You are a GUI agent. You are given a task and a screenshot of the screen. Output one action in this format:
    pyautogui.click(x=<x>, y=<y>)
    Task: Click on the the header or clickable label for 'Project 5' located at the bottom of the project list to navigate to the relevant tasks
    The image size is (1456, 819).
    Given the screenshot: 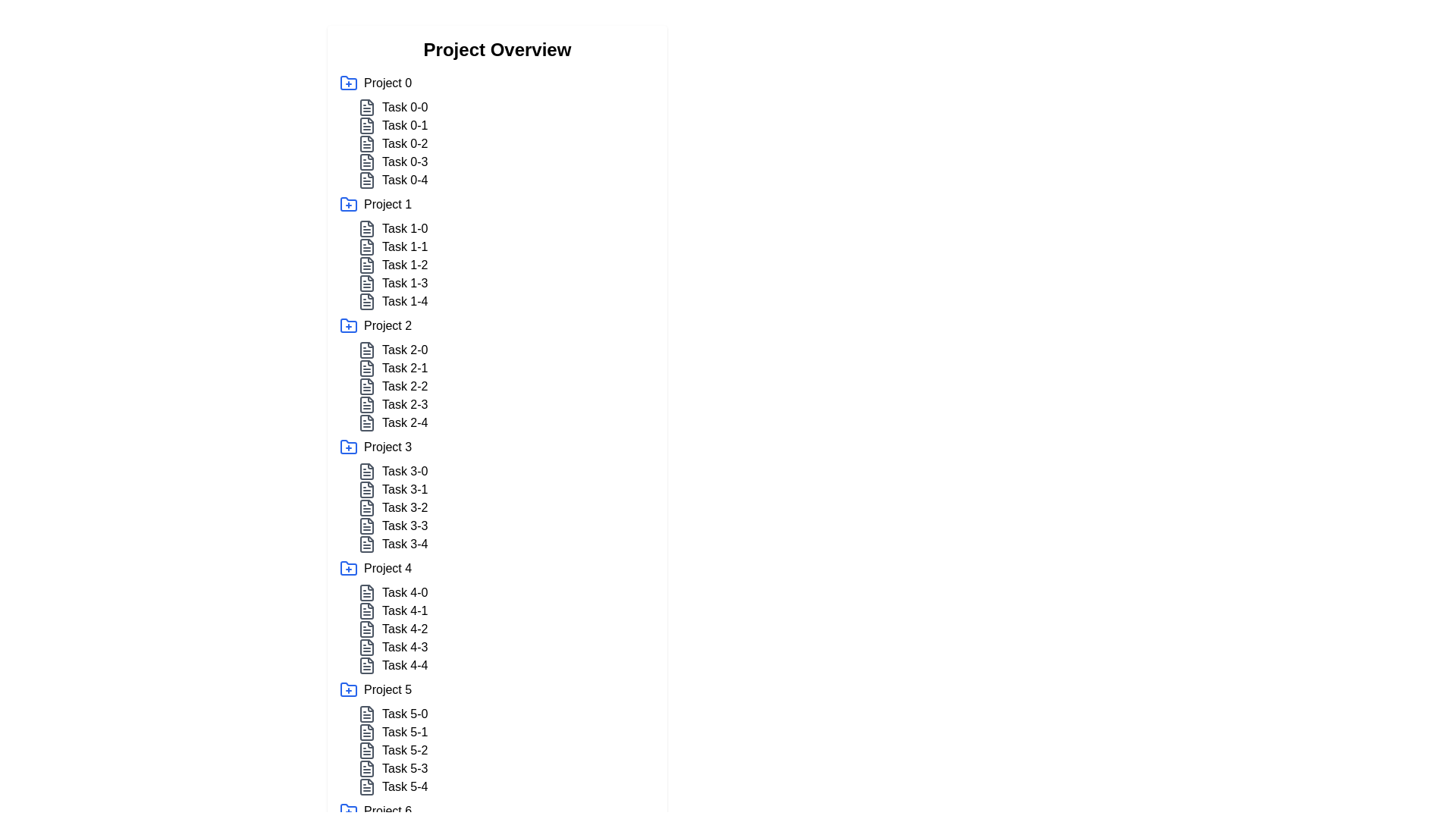 What is the action you would take?
    pyautogui.click(x=497, y=690)
    